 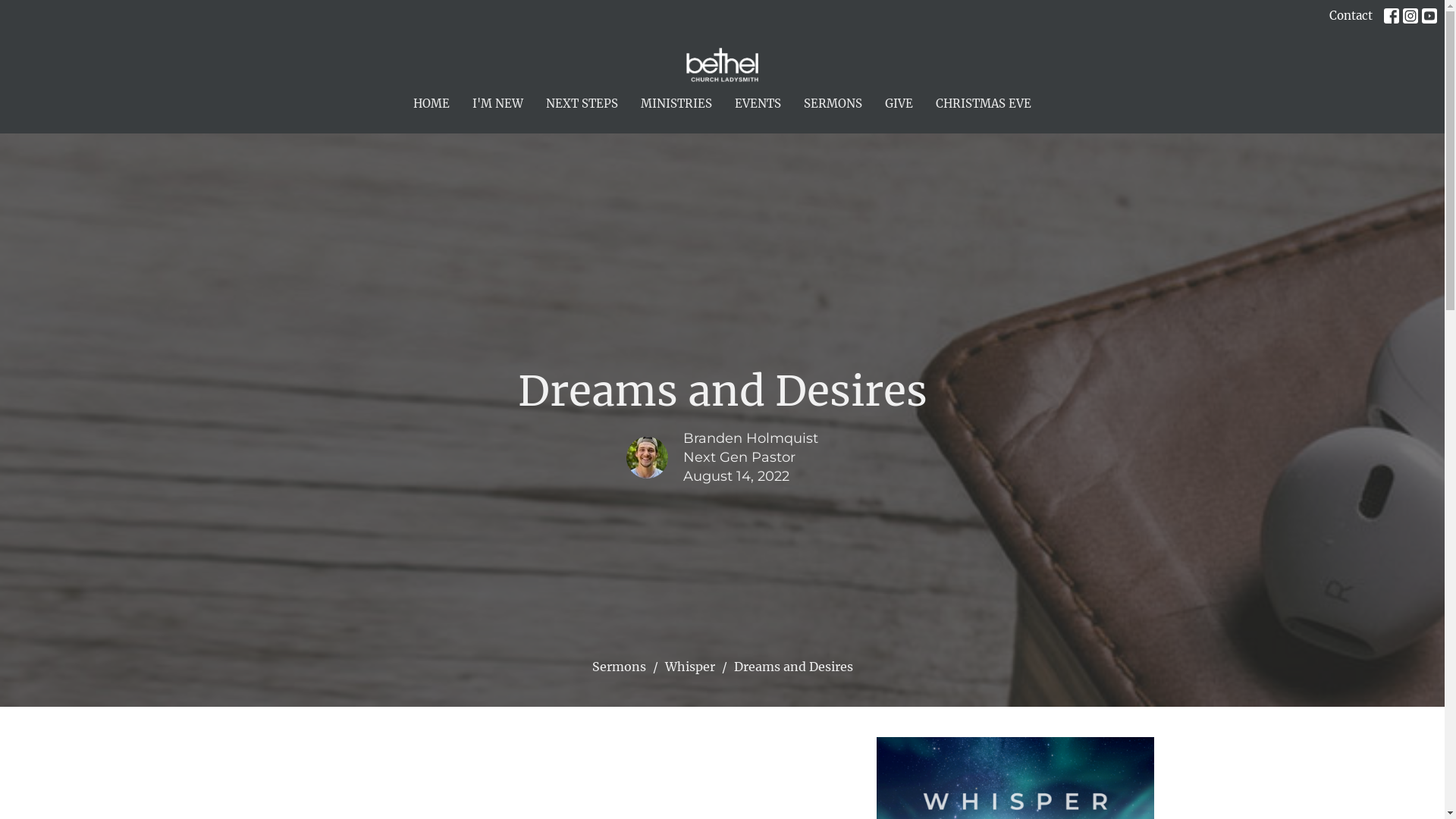 I want to click on 'EVENTS', so click(x=758, y=102).